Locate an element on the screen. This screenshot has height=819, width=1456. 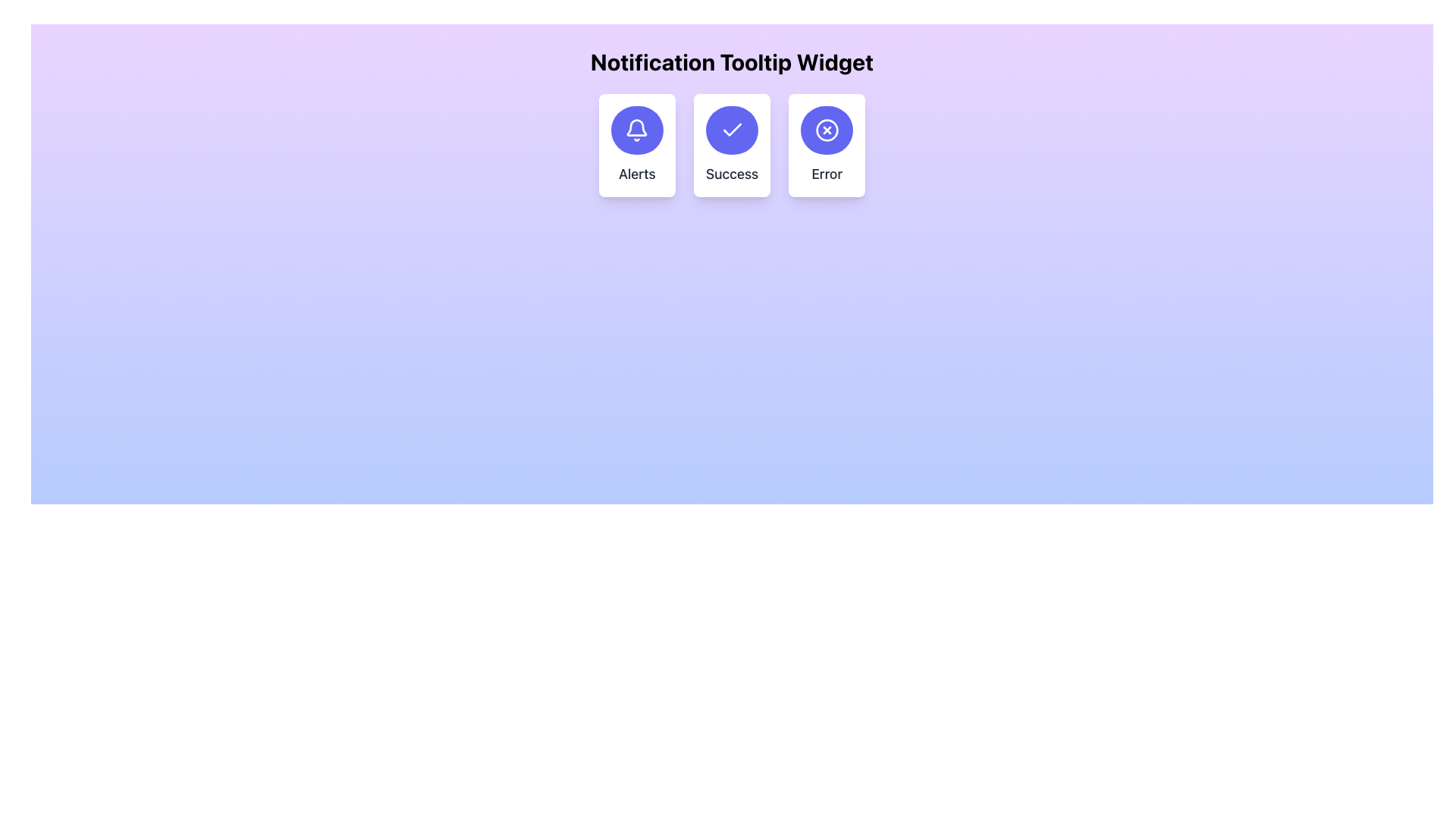
the 'Success' button by clicking on the central checkmark icon, which is visually represented with a white stroke and blue background, indicating a completed action is located at coordinates (732, 130).